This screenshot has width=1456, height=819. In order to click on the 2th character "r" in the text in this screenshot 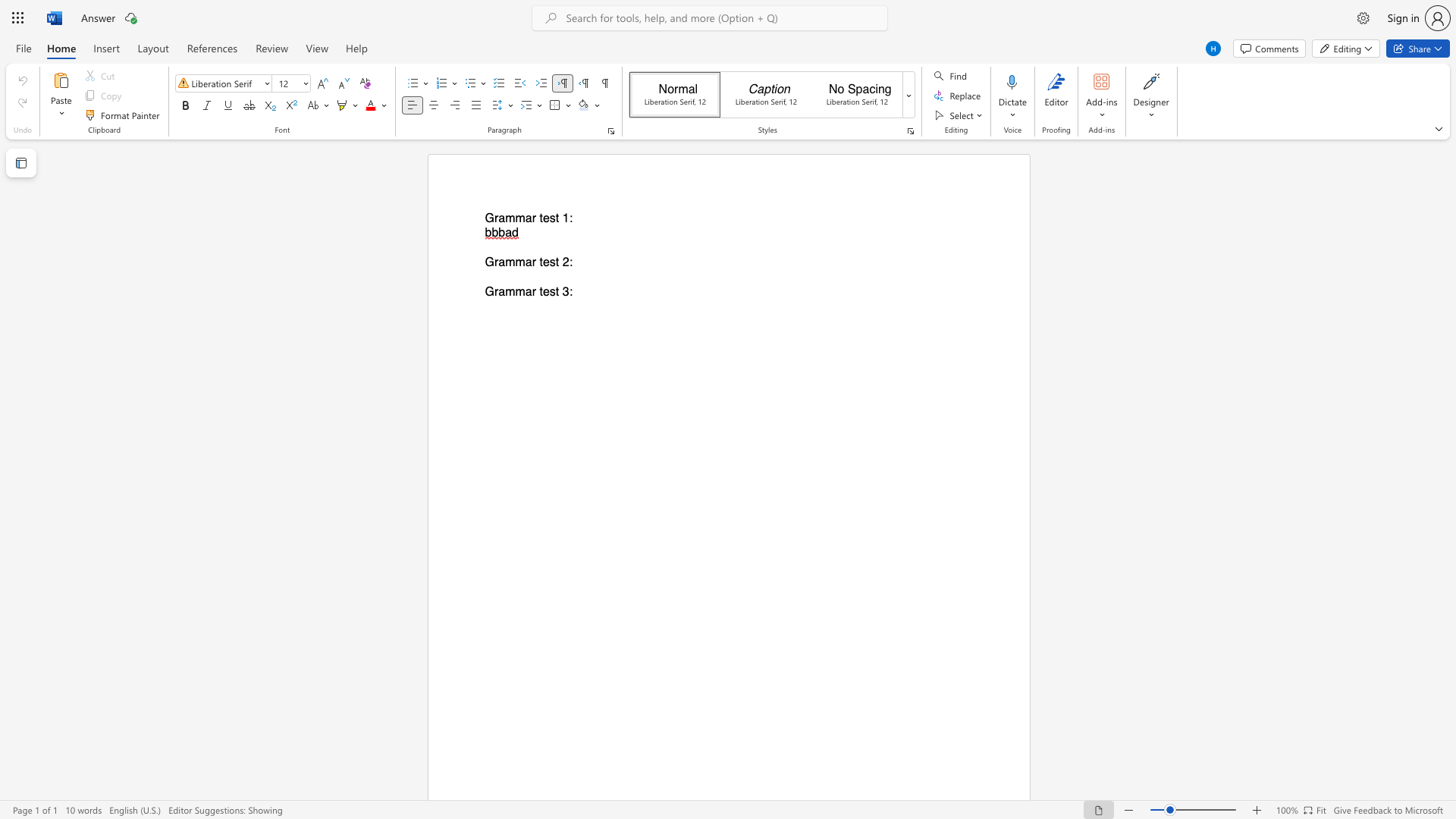, I will do `click(534, 292)`.